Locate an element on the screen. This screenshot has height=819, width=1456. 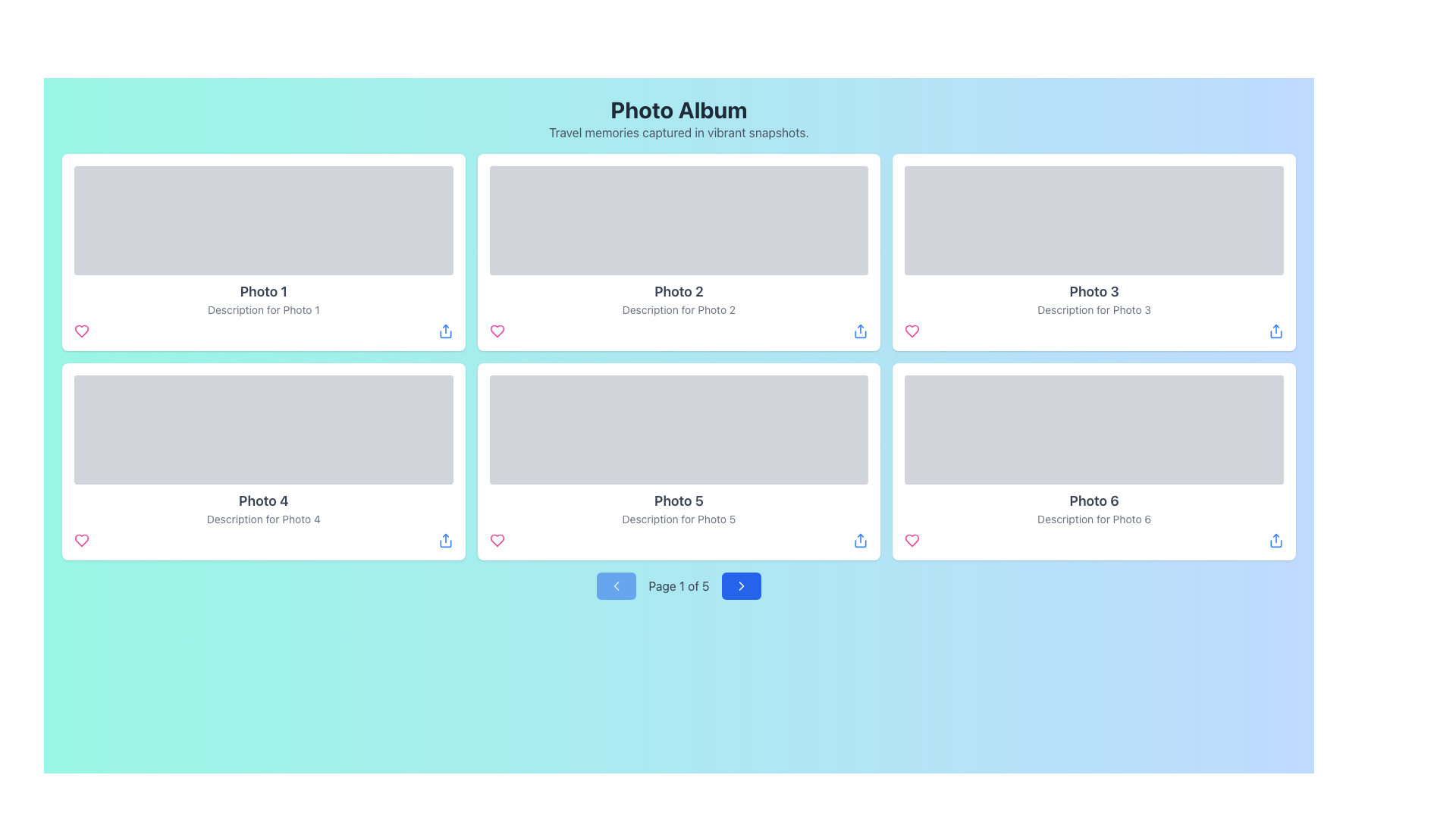
the rectangular image placeholder with a light gray background located in the top-right section of the grid displaying photo cards, positioned above 'Photo 3' and 'Description for Photo 3' is located at coordinates (1094, 220).